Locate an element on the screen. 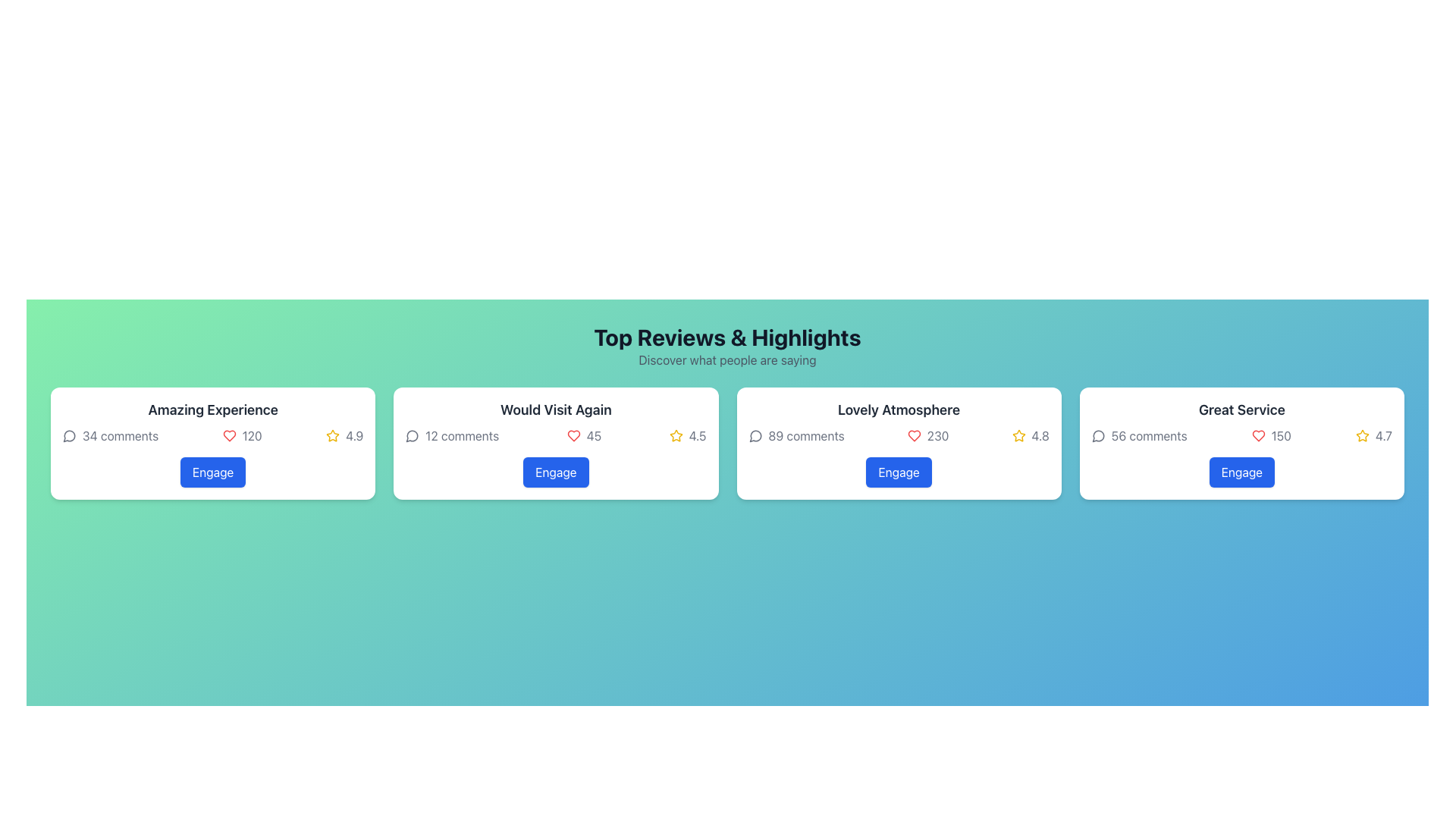 This screenshot has height=819, width=1456. the numerical metric text located in the second card labeled 'Would Visit Again', situated to the right of the red heart icon is located at coordinates (593, 435).